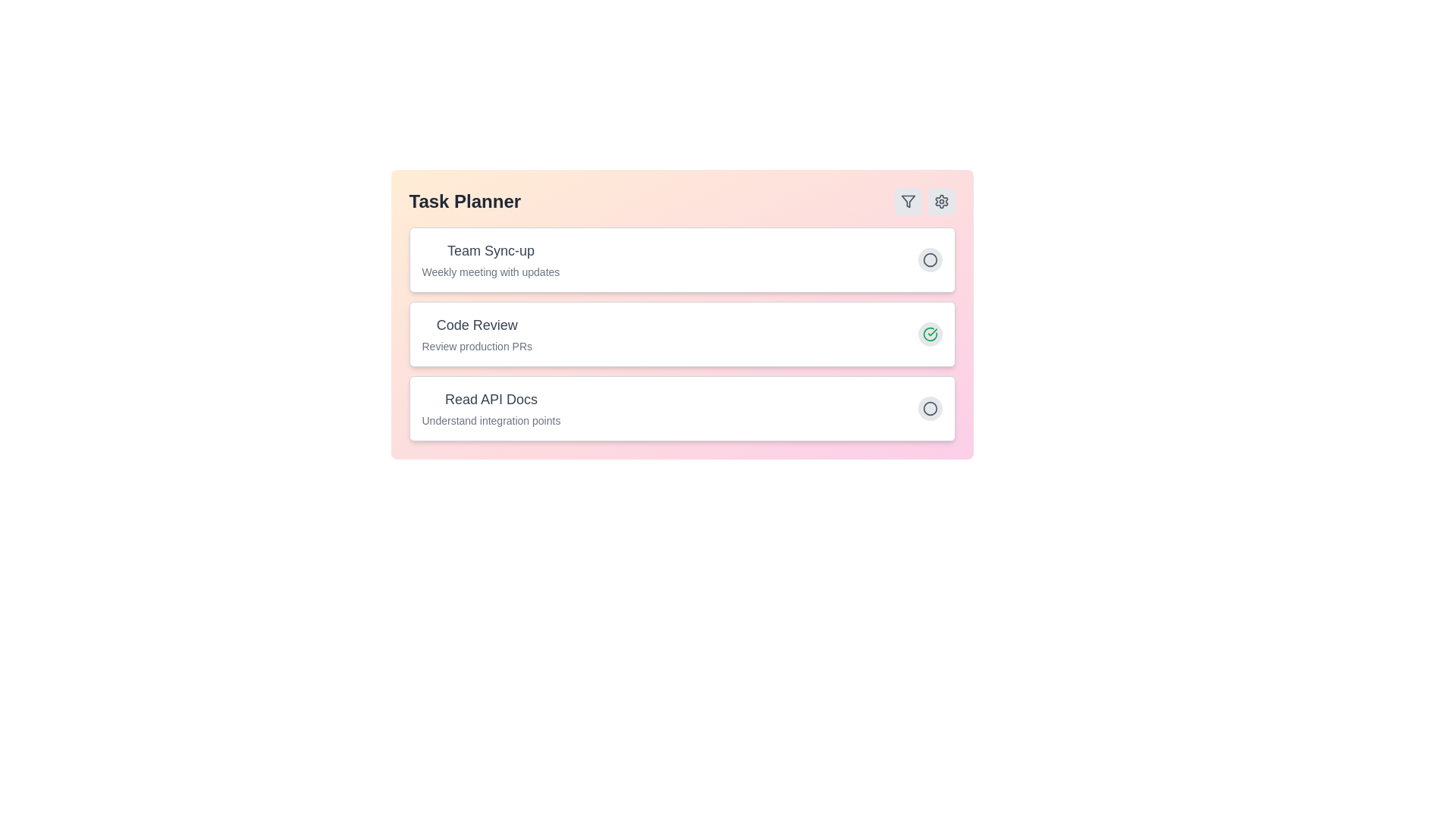 Image resolution: width=1456 pixels, height=819 pixels. What do you see at coordinates (908, 201) in the screenshot?
I see `the filter button to apply filters to the task list` at bounding box center [908, 201].